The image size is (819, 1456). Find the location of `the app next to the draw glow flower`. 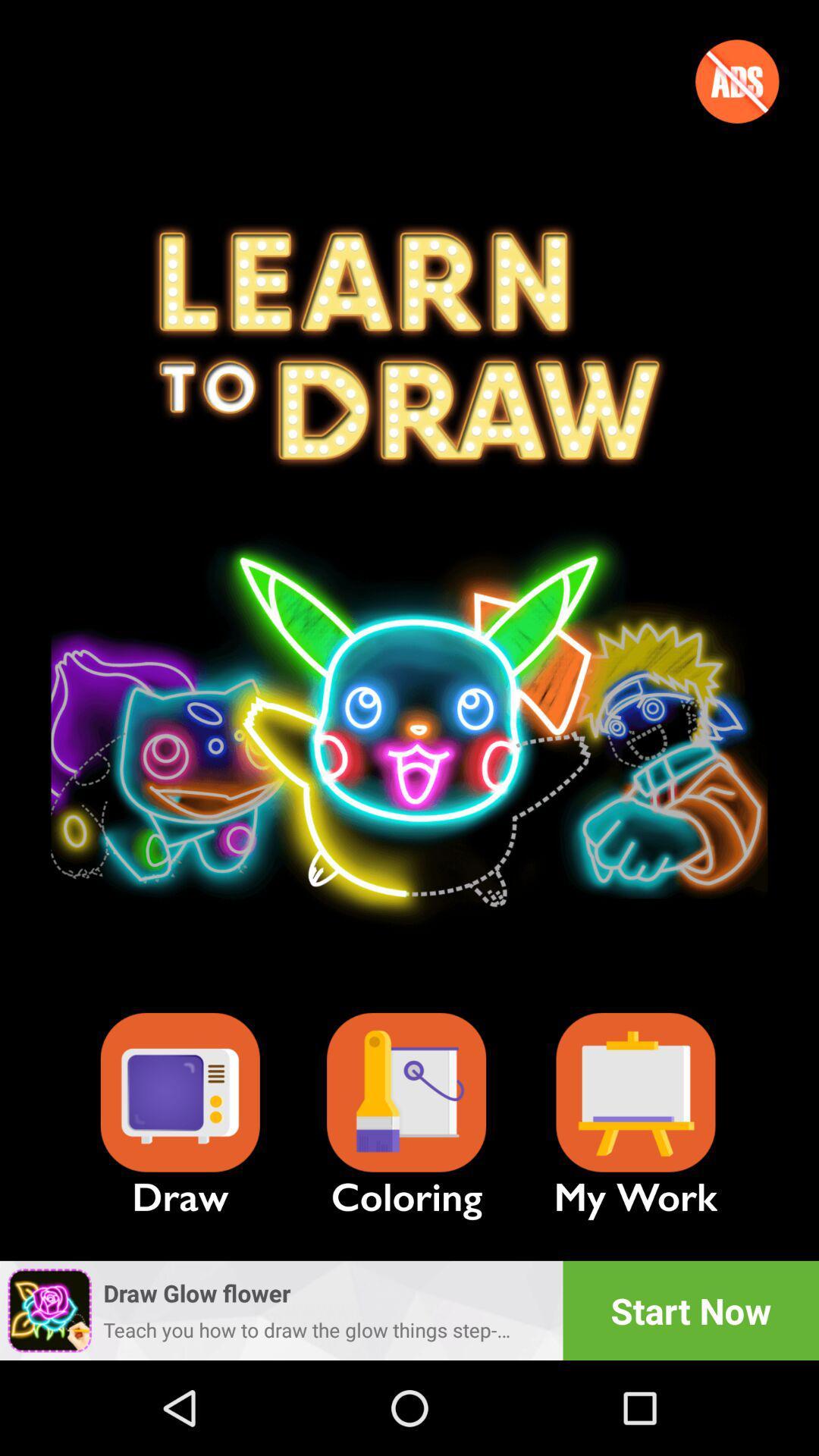

the app next to the draw glow flower is located at coordinates (691, 1310).